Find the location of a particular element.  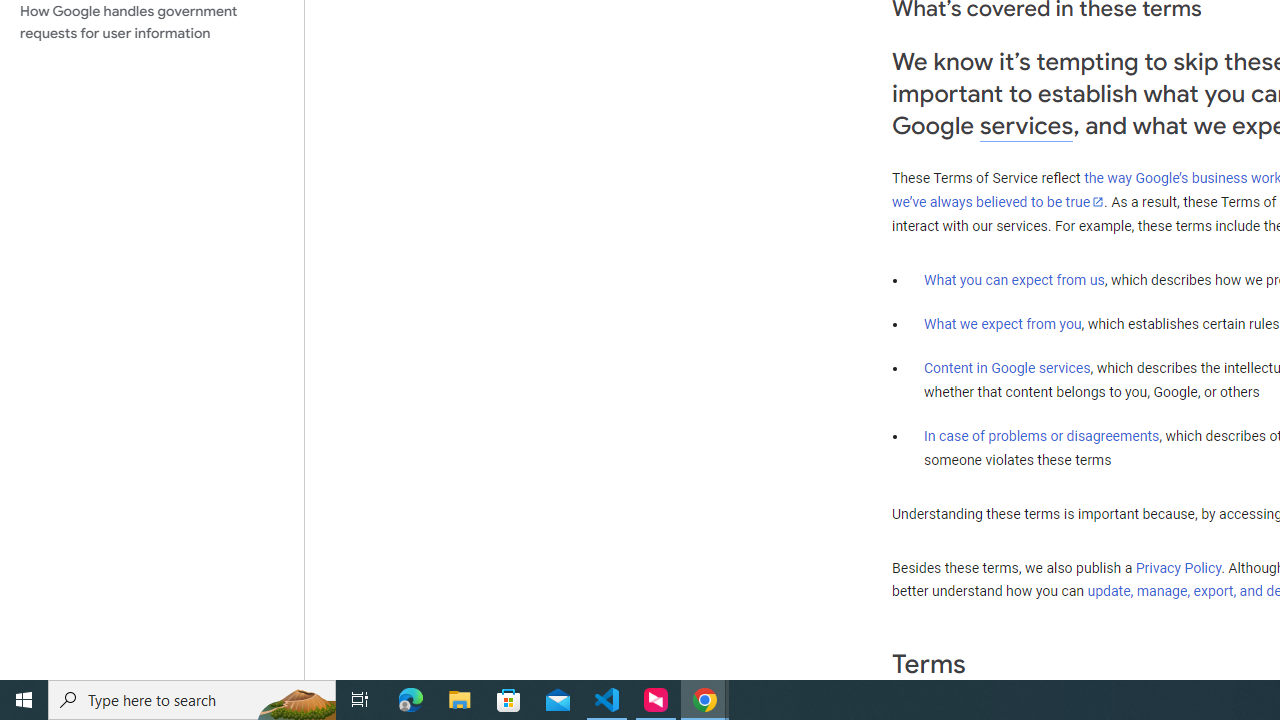

'In case of problems or disagreements' is located at coordinates (1040, 434).